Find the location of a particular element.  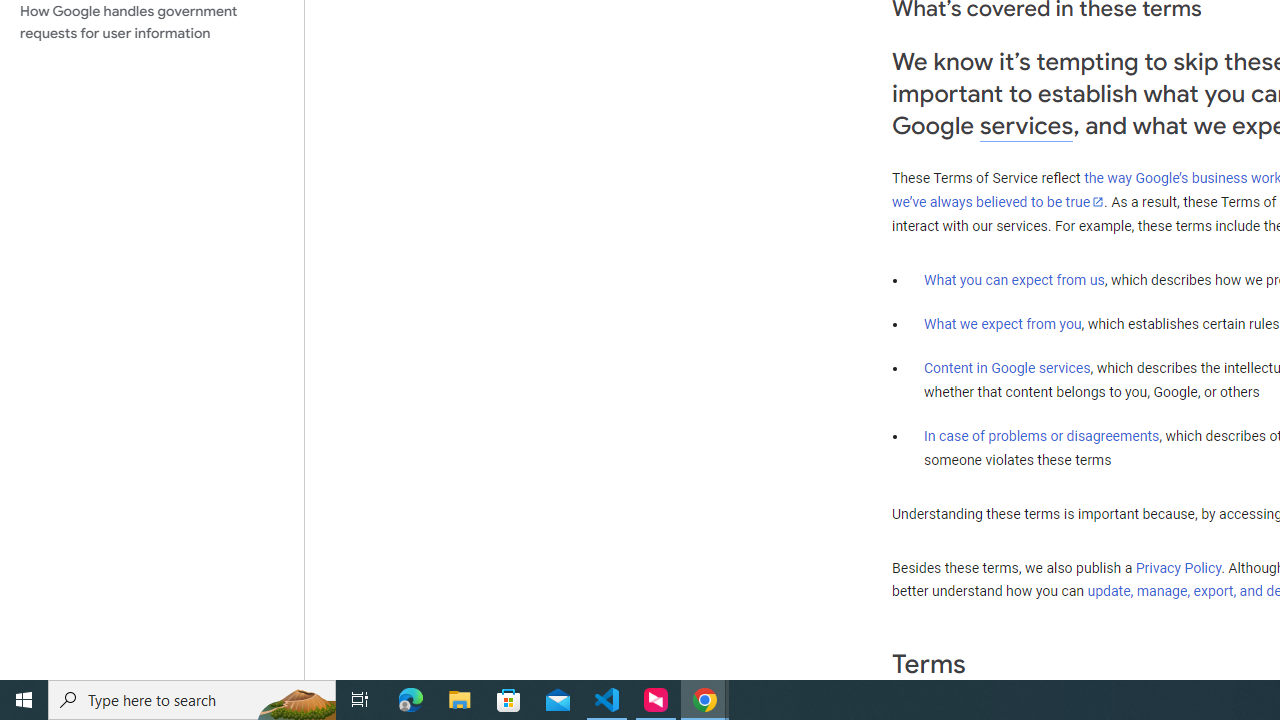

'In case of problems or disagreements' is located at coordinates (1040, 434).